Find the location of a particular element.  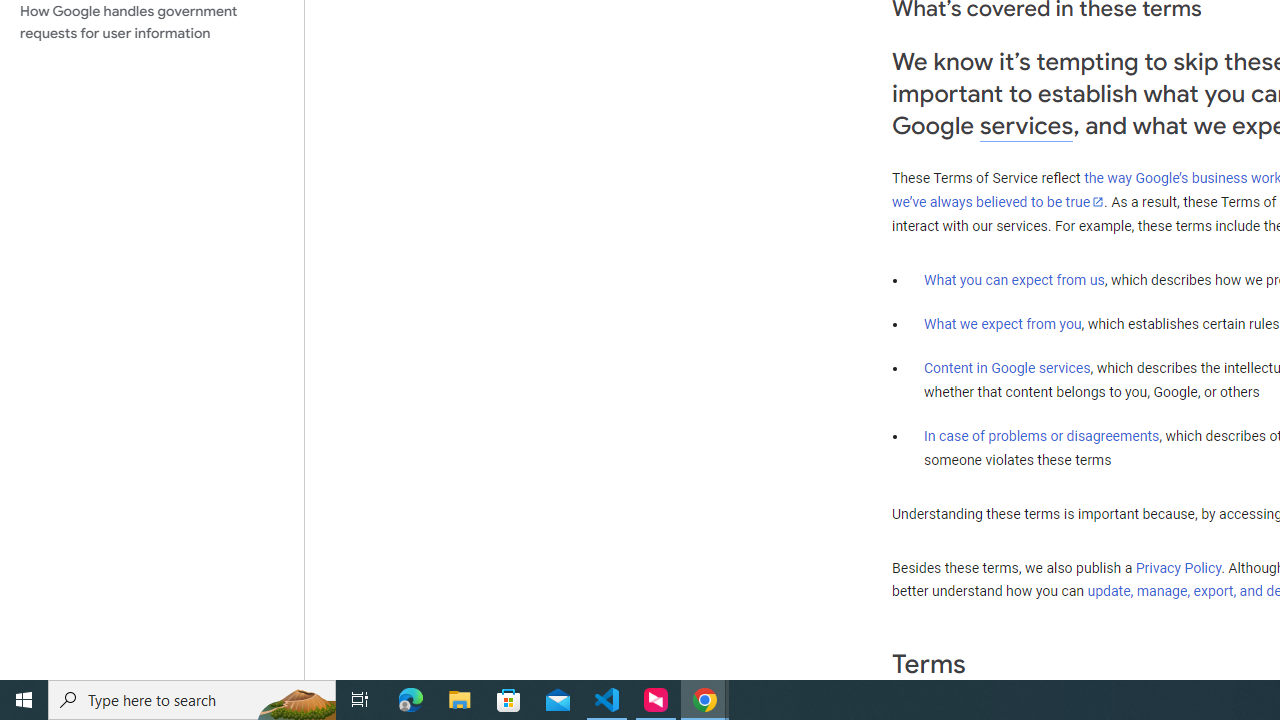

'In case of problems or disagreements' is located at coordinates (1040, 434).